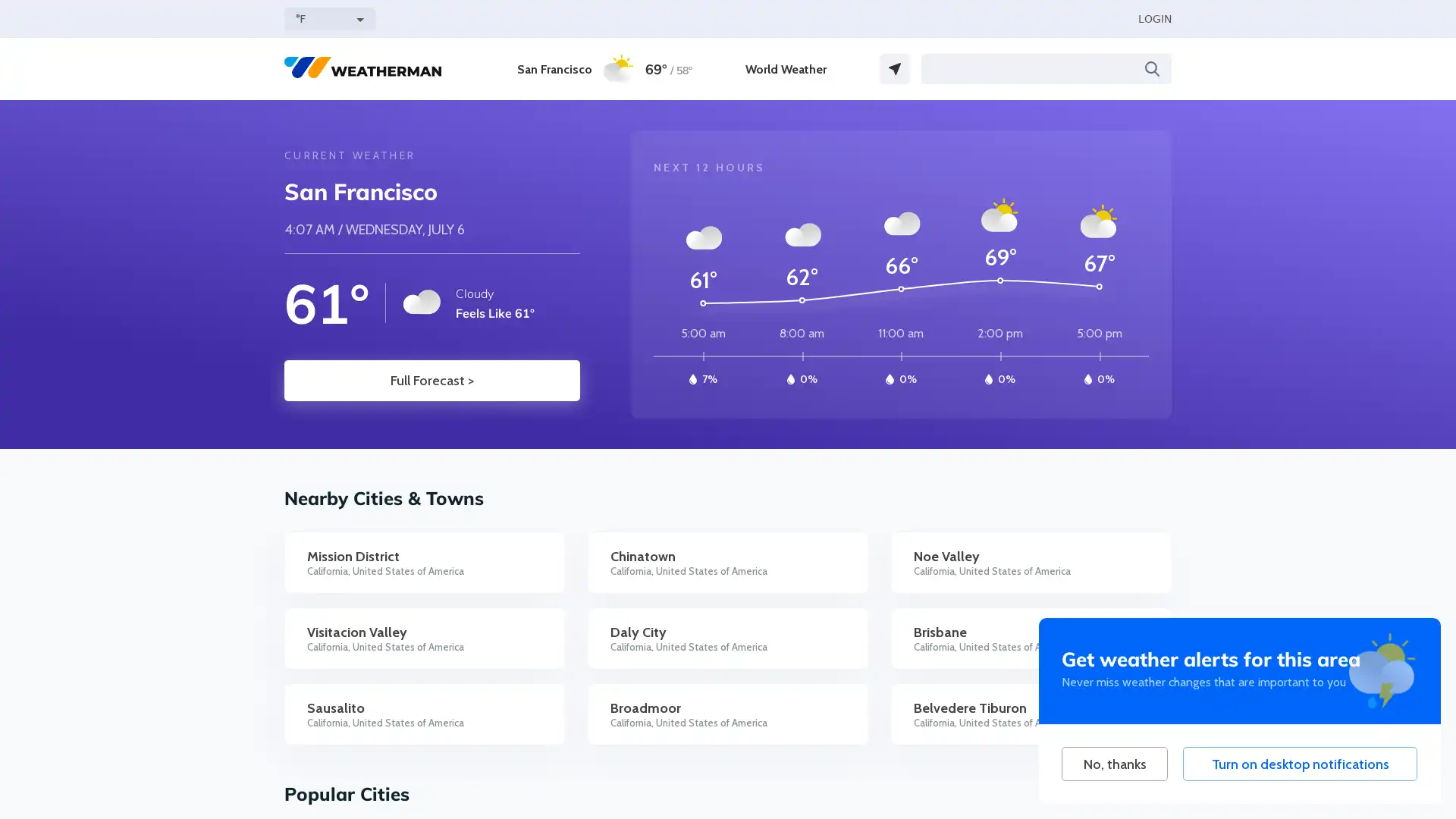  What do you see at coordinates (895, 69) in the screenshot?
I see `GPS Location` at bounding box center [895, 69].